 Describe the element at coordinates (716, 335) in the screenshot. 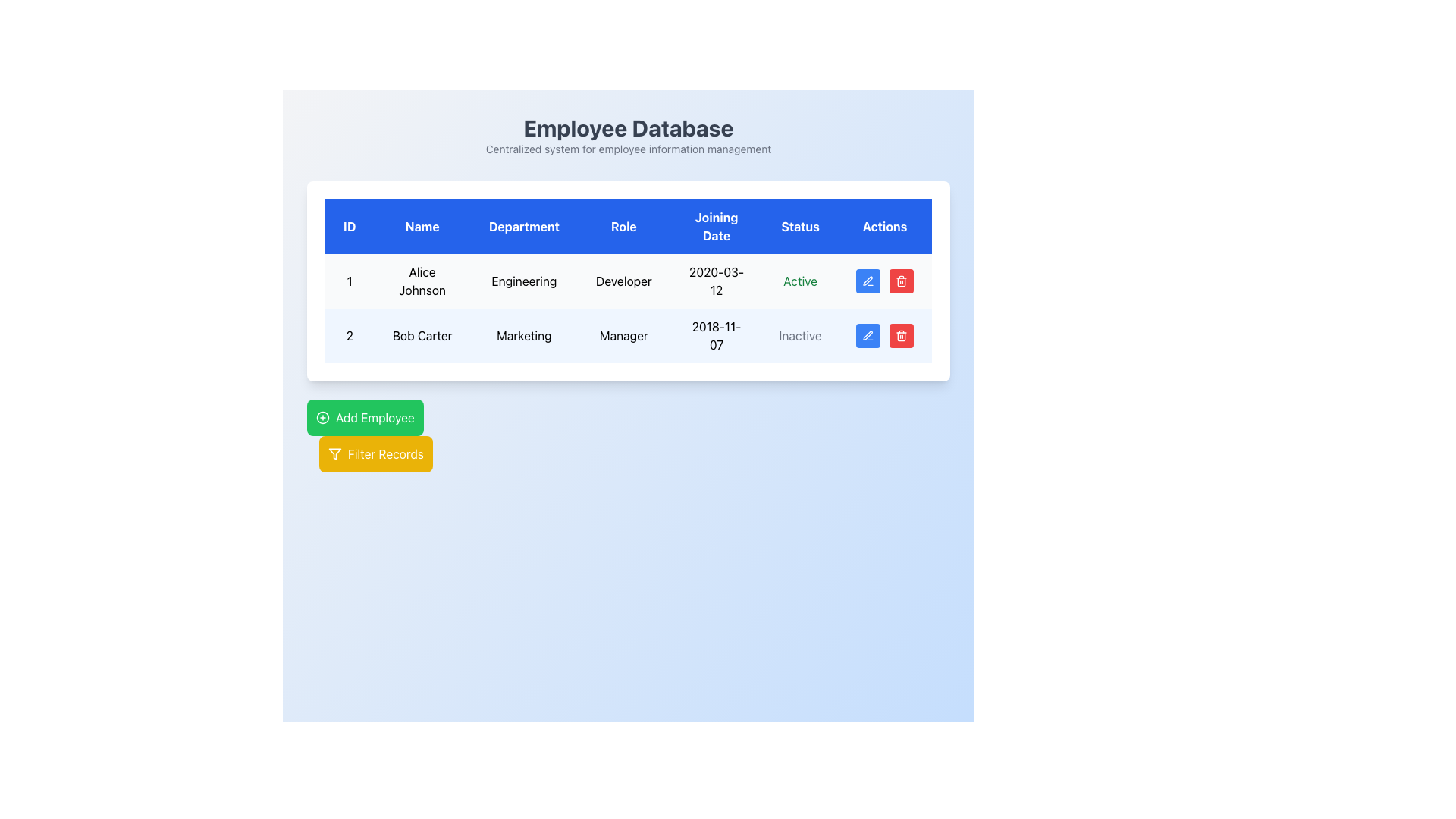

I see `the text label displaying '2018-11-07' located in the 'Joining Date' column for 'Bob Carter' in the second row of the table` at that location.